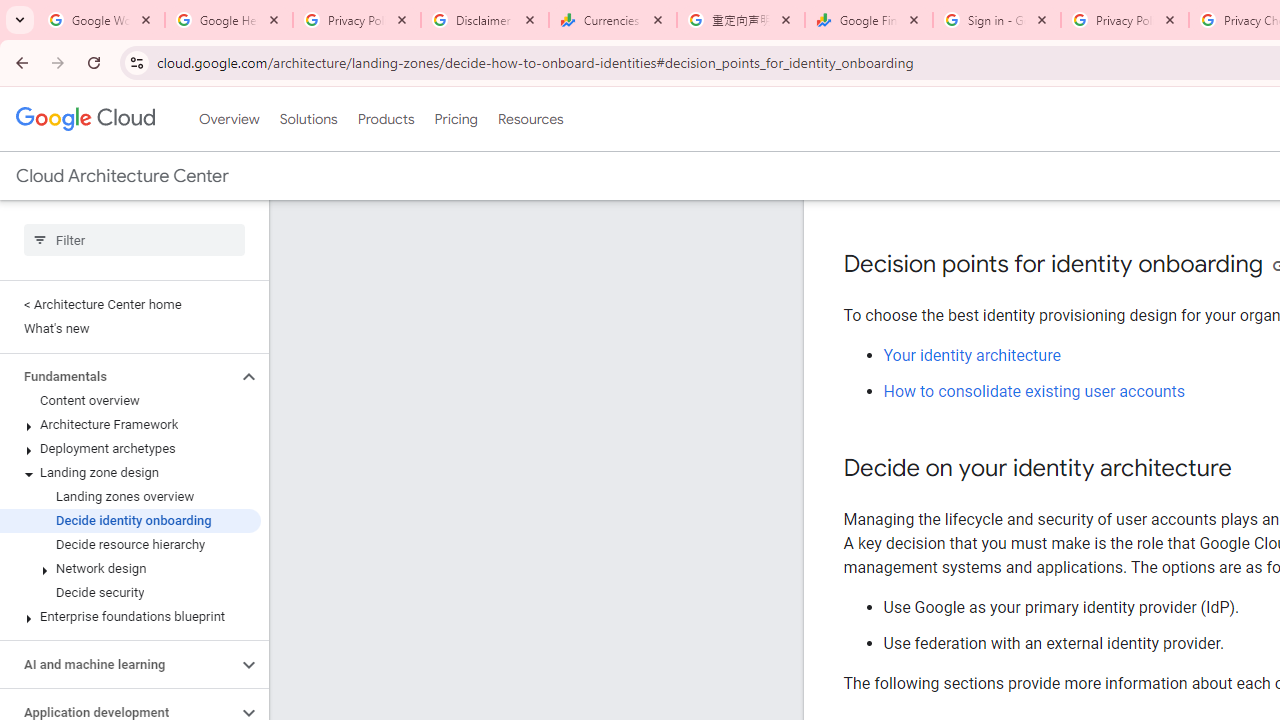  Describe the element at coordinates (129, 569) in the screenshot. I see `'Network design'` at that location.